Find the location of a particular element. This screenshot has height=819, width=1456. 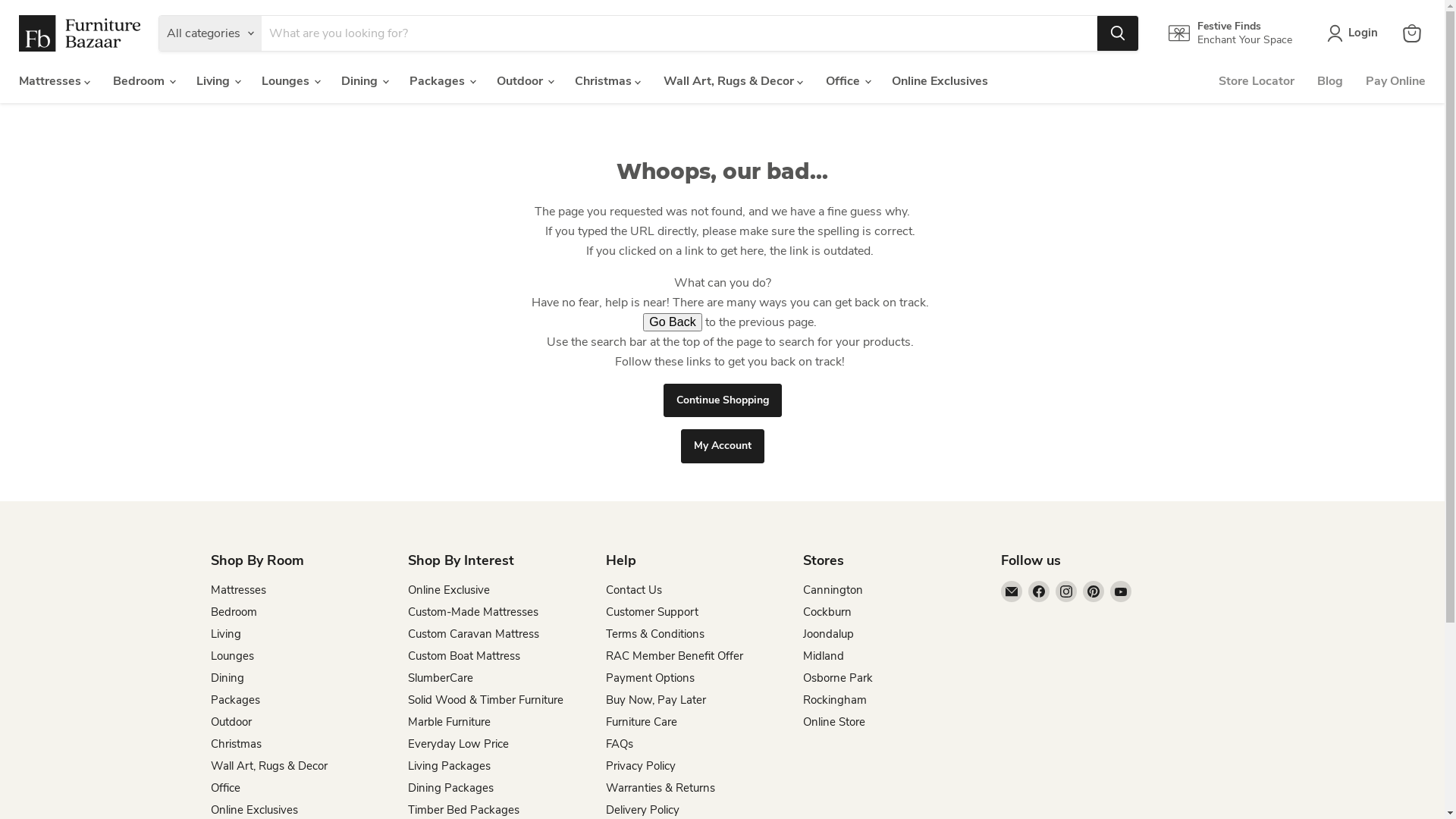

'Privacy Policy' is located at coordinates (640, 766).